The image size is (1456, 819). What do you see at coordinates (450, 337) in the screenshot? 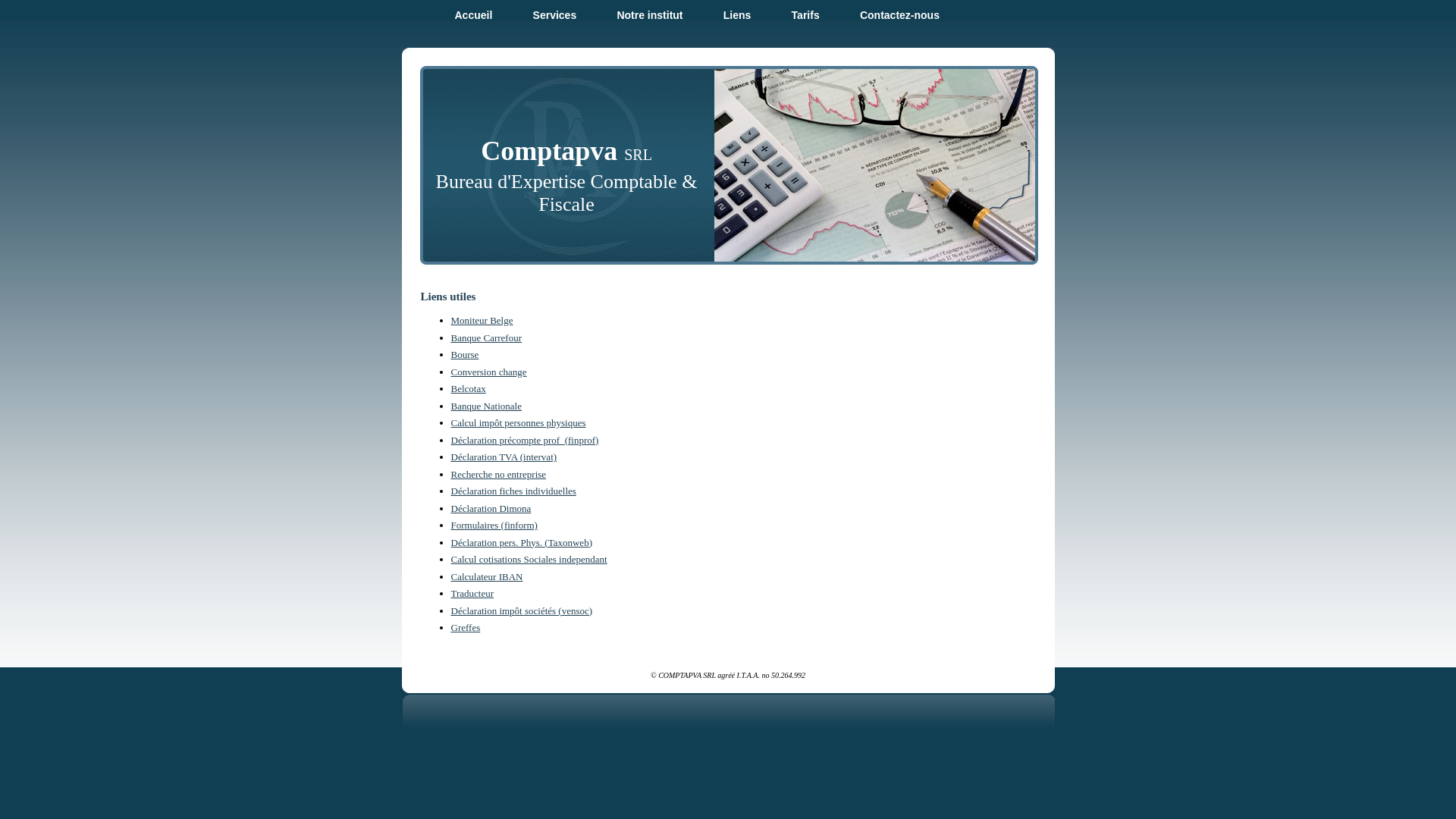
I see `'Banque Carrefour'` at bounding box center [450, 337].